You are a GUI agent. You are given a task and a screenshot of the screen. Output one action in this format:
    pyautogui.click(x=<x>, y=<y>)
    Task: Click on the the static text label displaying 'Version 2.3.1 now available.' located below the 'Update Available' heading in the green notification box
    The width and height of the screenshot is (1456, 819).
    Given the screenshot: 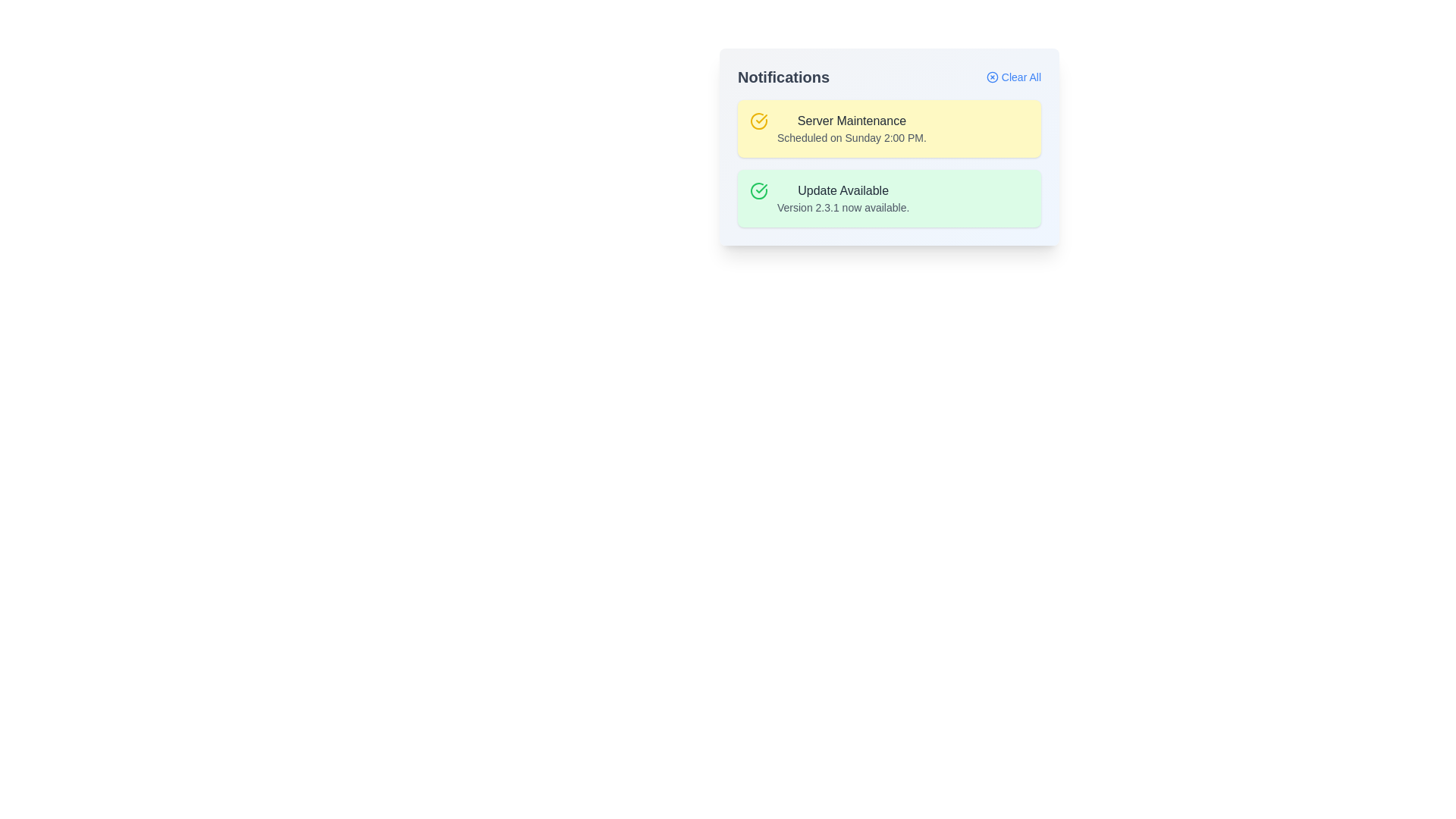 What is the action you would take?
    pyautogui.click(x=843, y=207)
    